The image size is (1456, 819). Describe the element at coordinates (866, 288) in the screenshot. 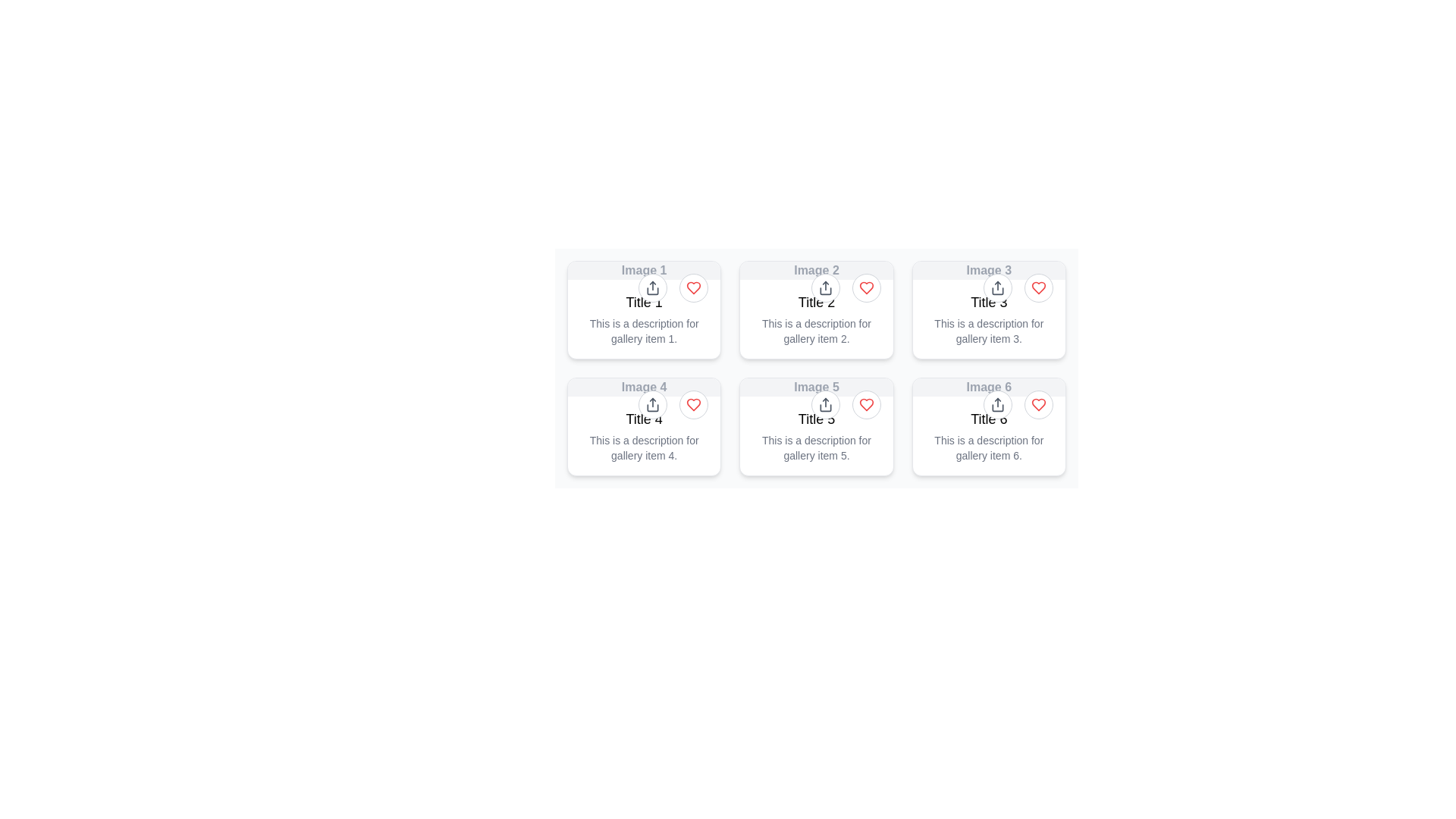

I see `the 'like' or 'favorite' icon located in the middle column of the top row in a 2-row, 3-column grid layout, adjacent to the share icon of the card titled 'Title 2' to favorite the item` at that location.